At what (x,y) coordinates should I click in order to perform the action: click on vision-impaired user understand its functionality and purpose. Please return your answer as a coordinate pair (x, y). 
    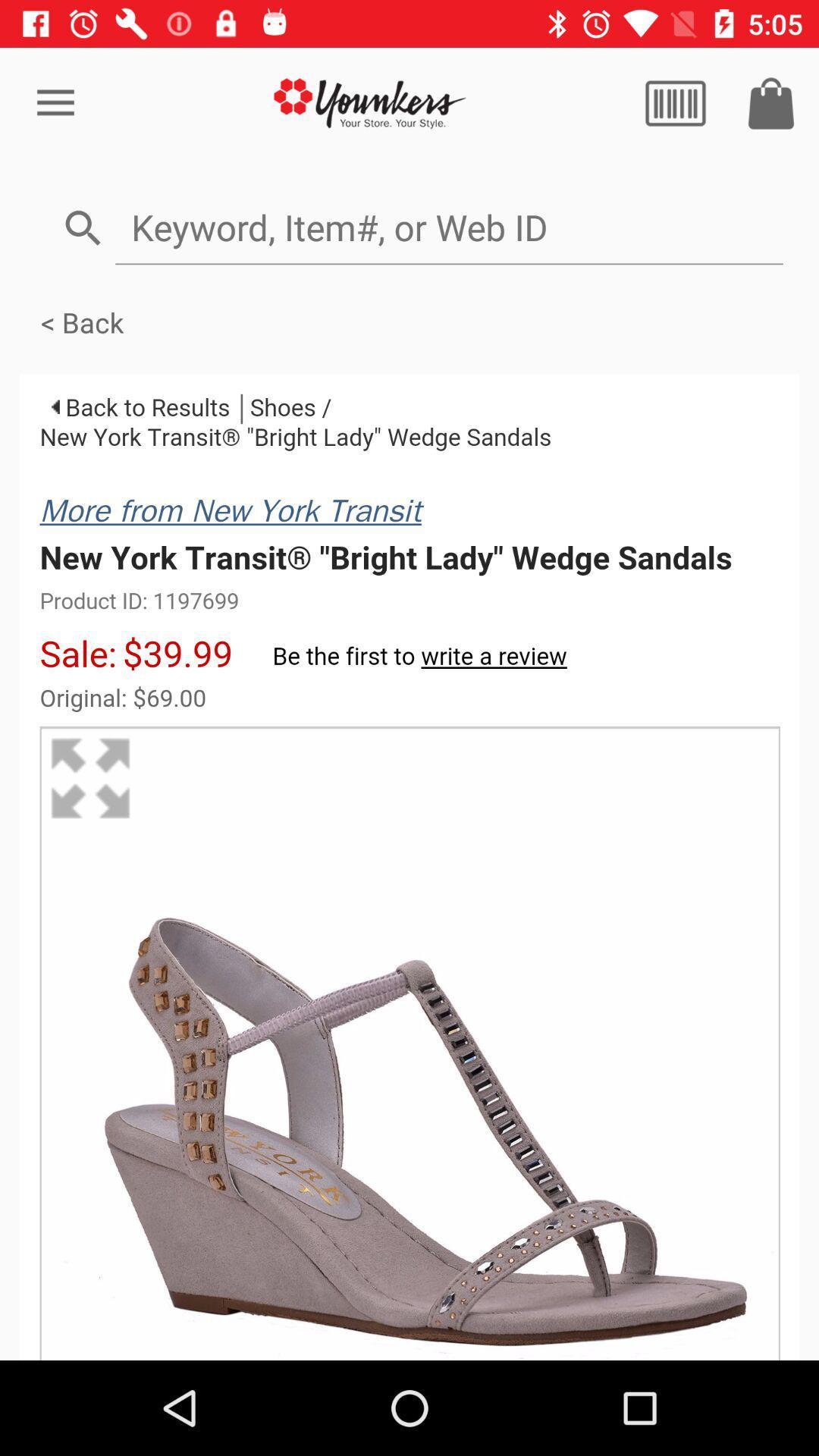
    Looking at the image, I should click on (675, 102).